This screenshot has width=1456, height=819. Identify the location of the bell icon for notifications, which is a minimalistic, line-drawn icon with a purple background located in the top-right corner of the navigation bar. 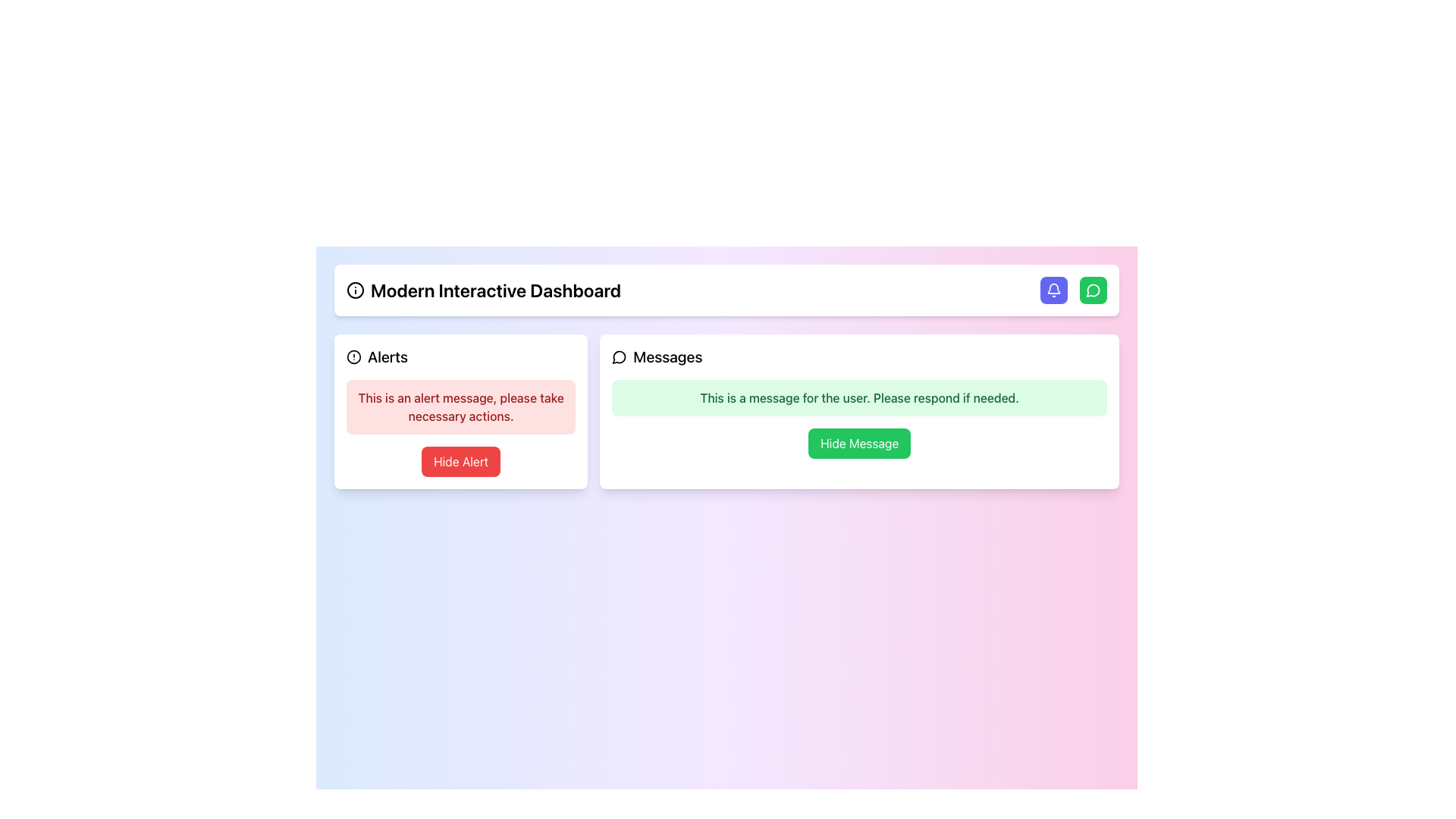
(1053, 290).